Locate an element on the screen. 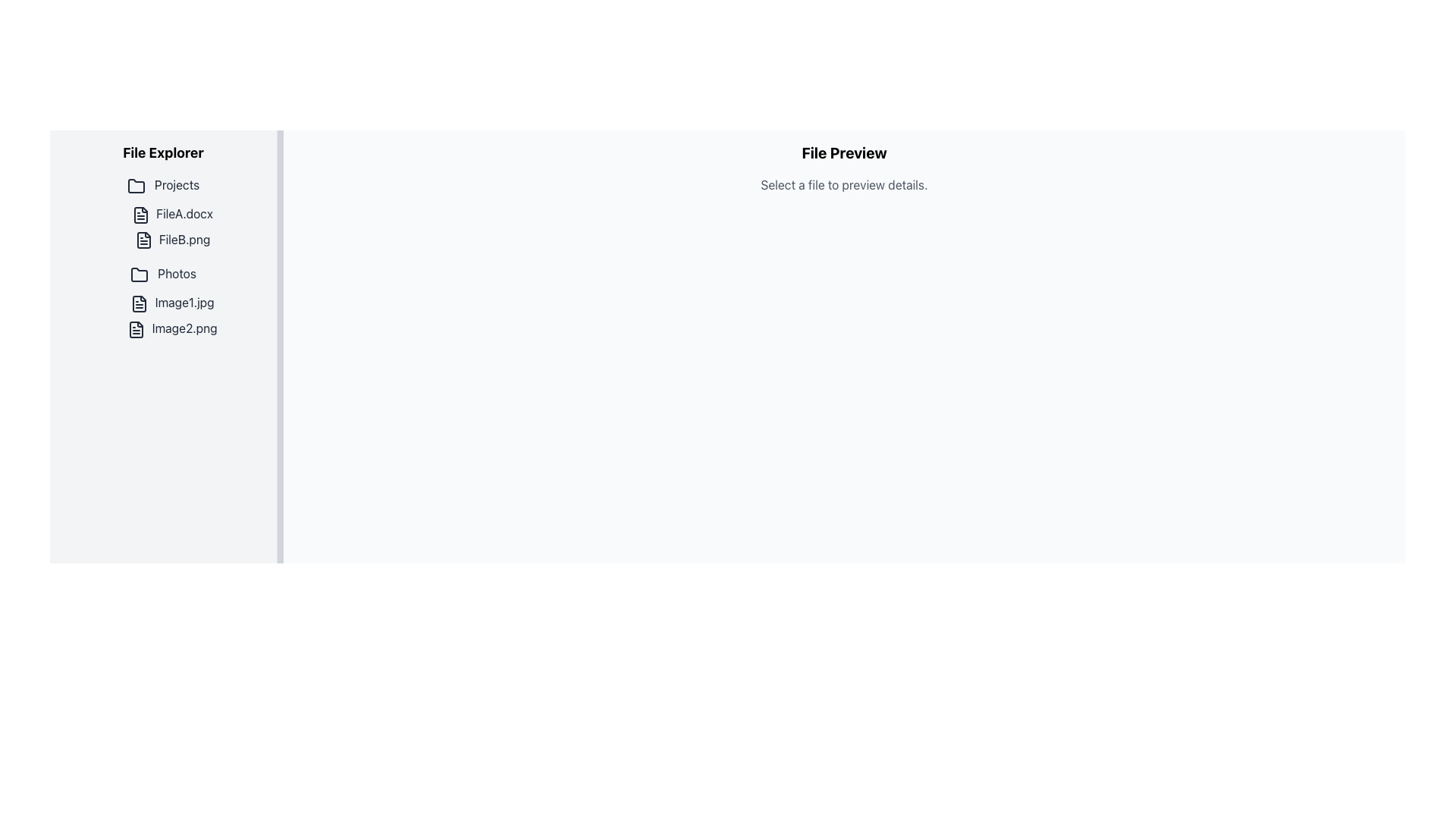 This screenshot has width=1456, height=819. the individual list item labeled 'FileA.docx' or 'FileB.png' within the 'Projects' list item group in the File Explorer section is located at coordinates (163, 258).